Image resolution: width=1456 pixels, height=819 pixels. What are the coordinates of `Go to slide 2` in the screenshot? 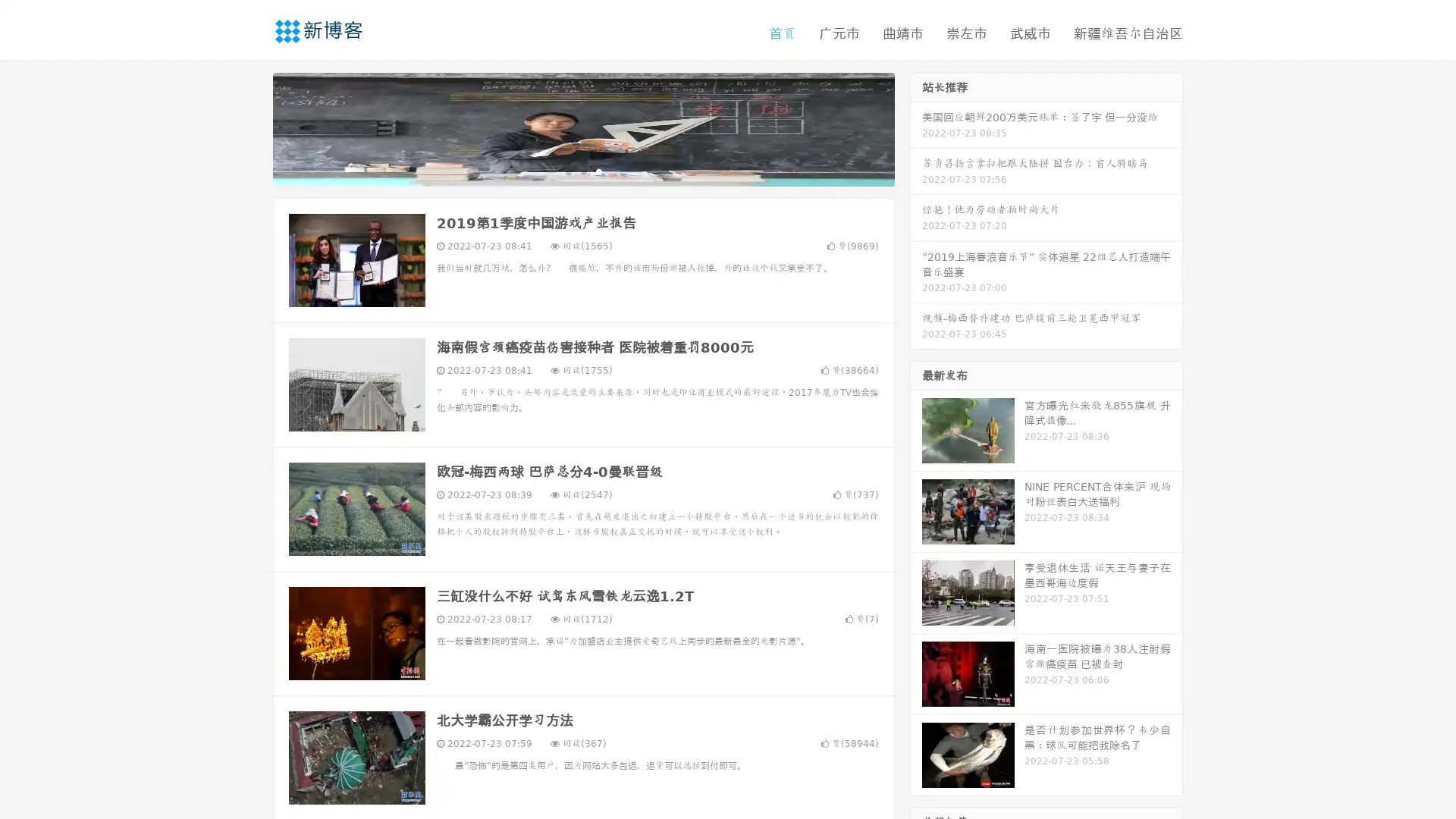 It's located at (582, 171).